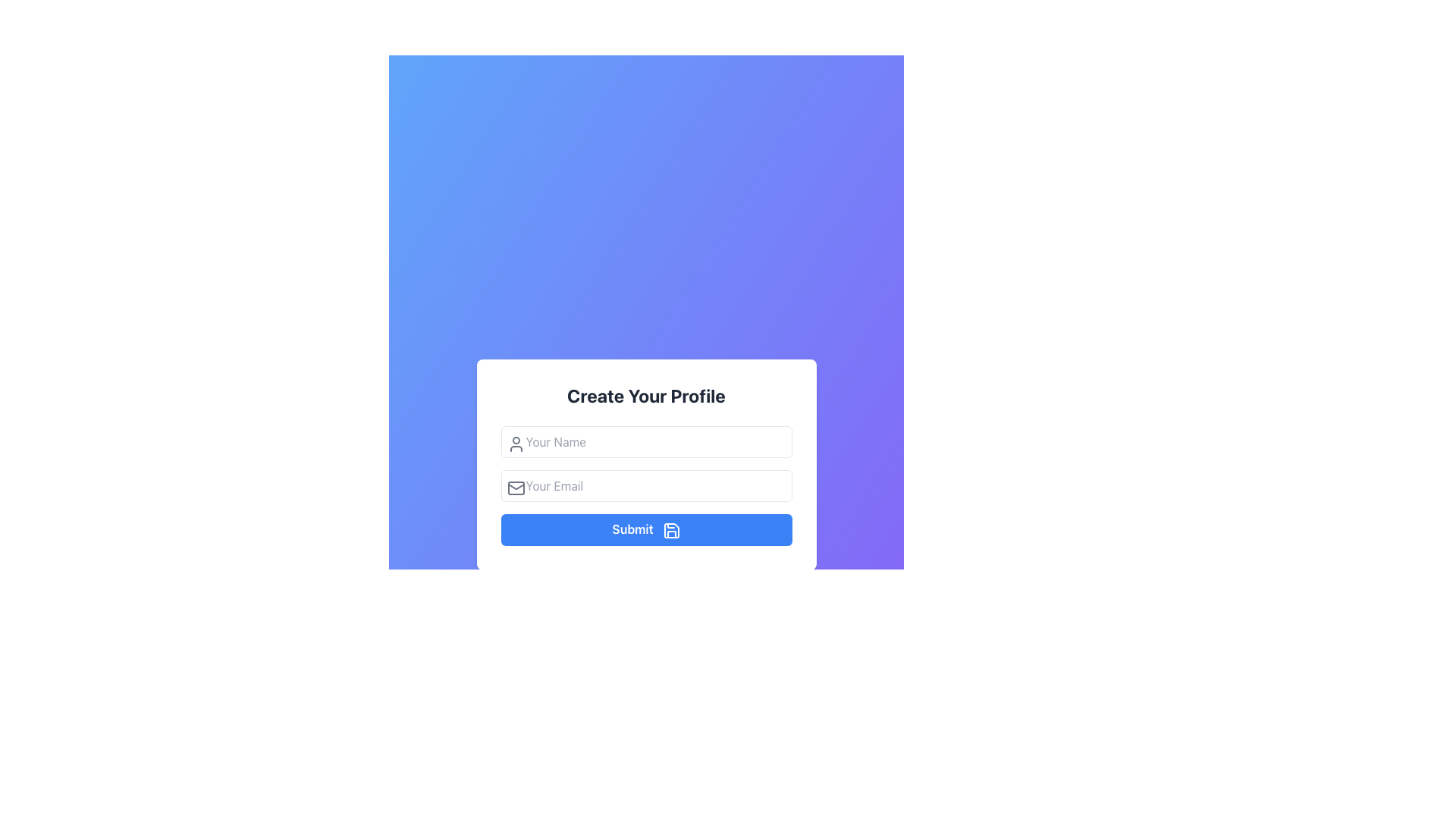  What do you see at coordinates (670, 529) in the screenshot?
I see `the 'Save' icon located to the right of the 'Submit' button at the bottom of the profile creation form` at bounding box center [670, 529].